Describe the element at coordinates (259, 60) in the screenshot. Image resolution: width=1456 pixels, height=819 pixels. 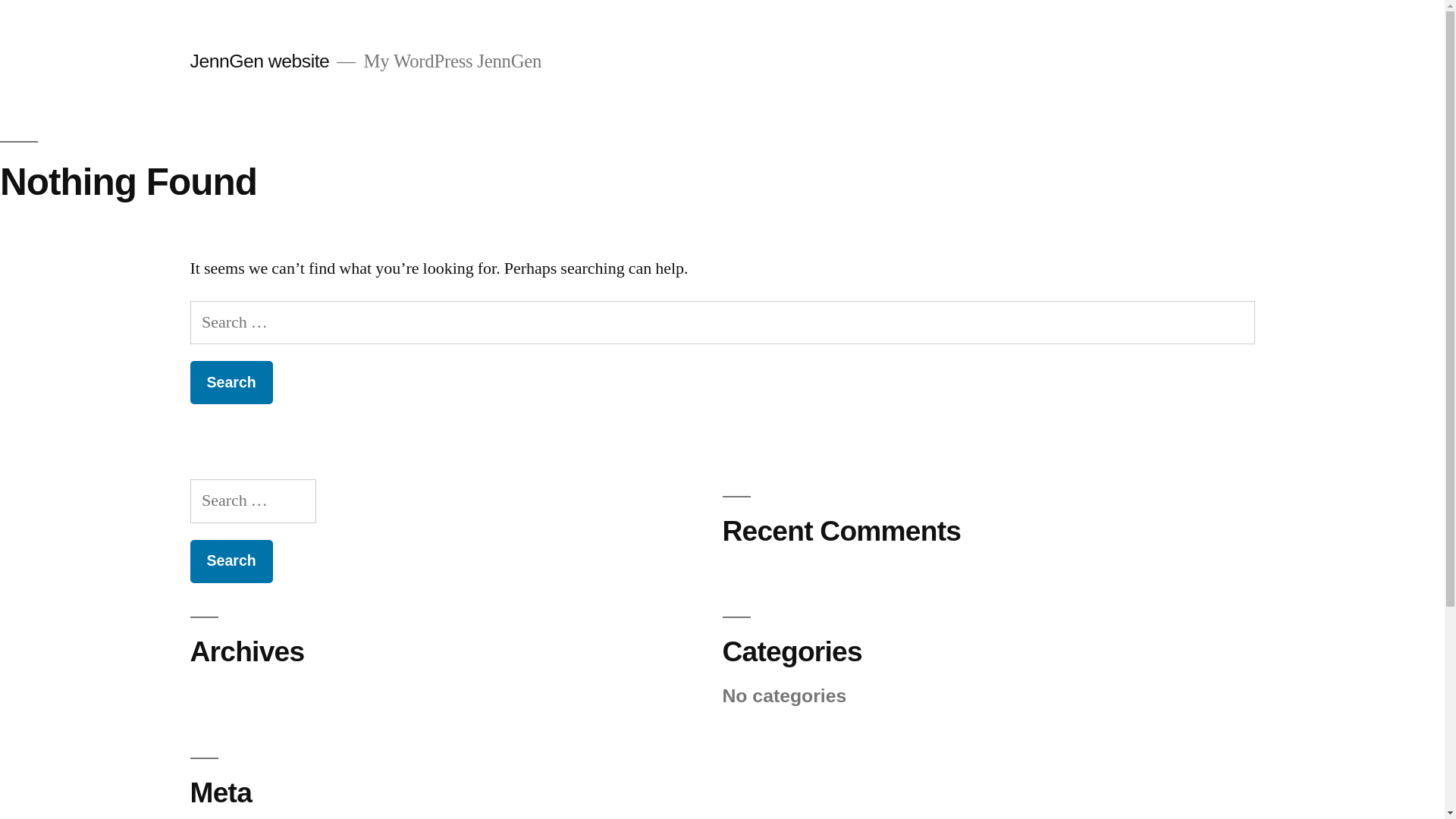
I see `'JennGen website'` at that location.